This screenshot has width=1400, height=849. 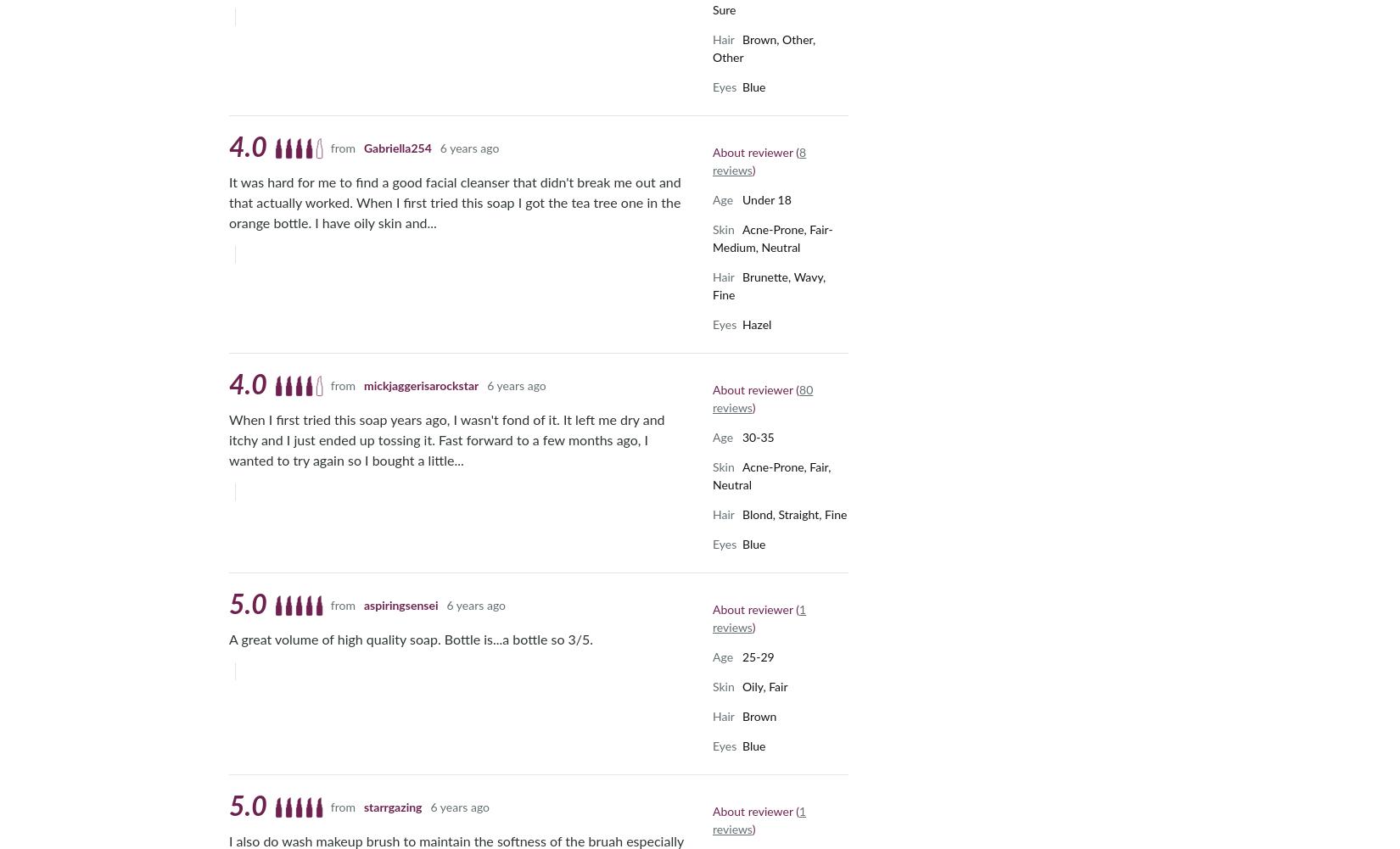 What do you see at coordinates (445, 439) in the screenshot?
I see `'When I first tried this soap years ago, I wasn't fond of it. It left me dry and itchy and I just ended up tossing it. Fast forward to a few months ago, I wanted to try again so I bought a little...'` at bounding box center [445, 439].